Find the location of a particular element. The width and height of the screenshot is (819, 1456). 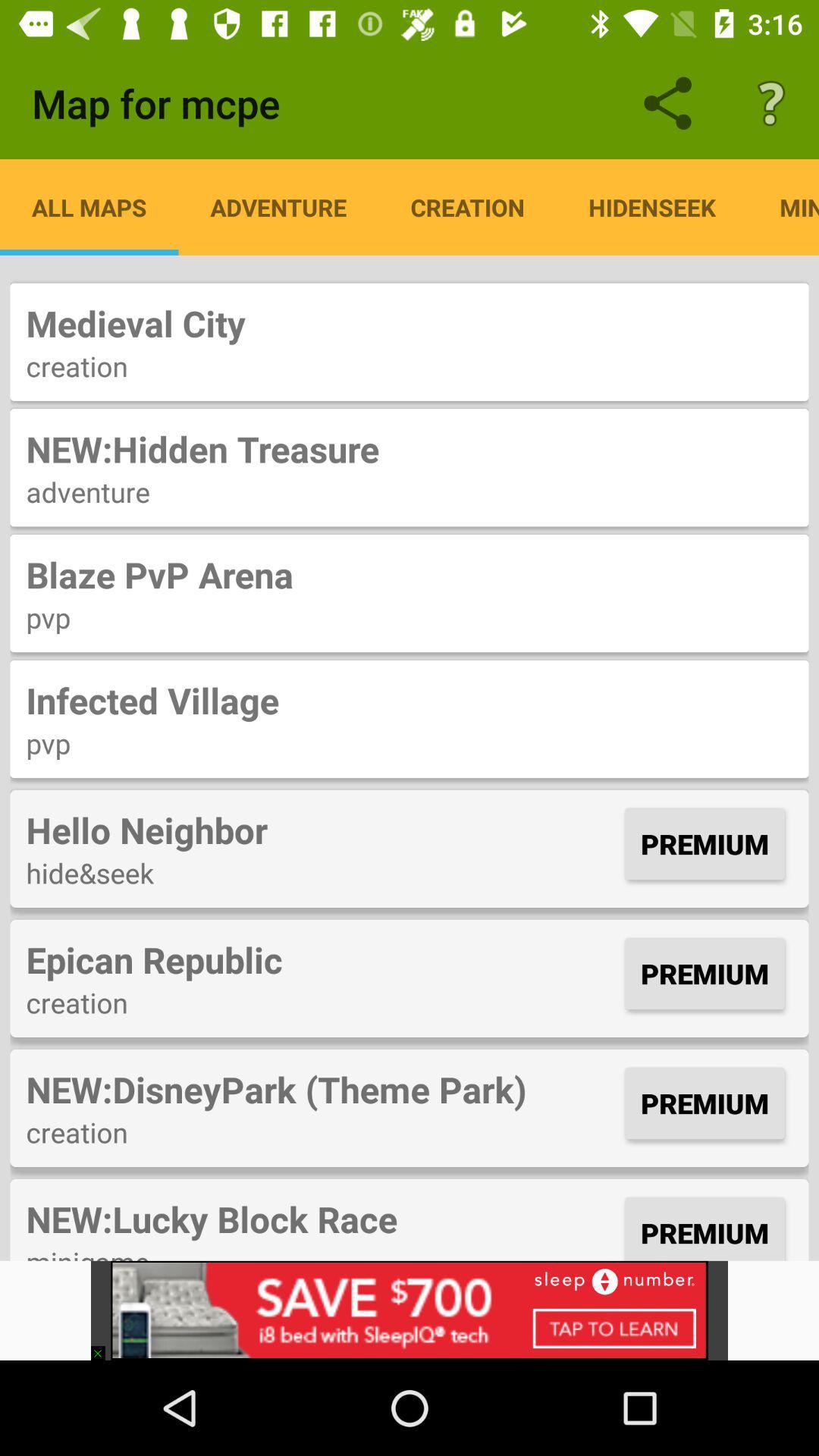

icon above medieval city item is located at coordinates (89, 206).